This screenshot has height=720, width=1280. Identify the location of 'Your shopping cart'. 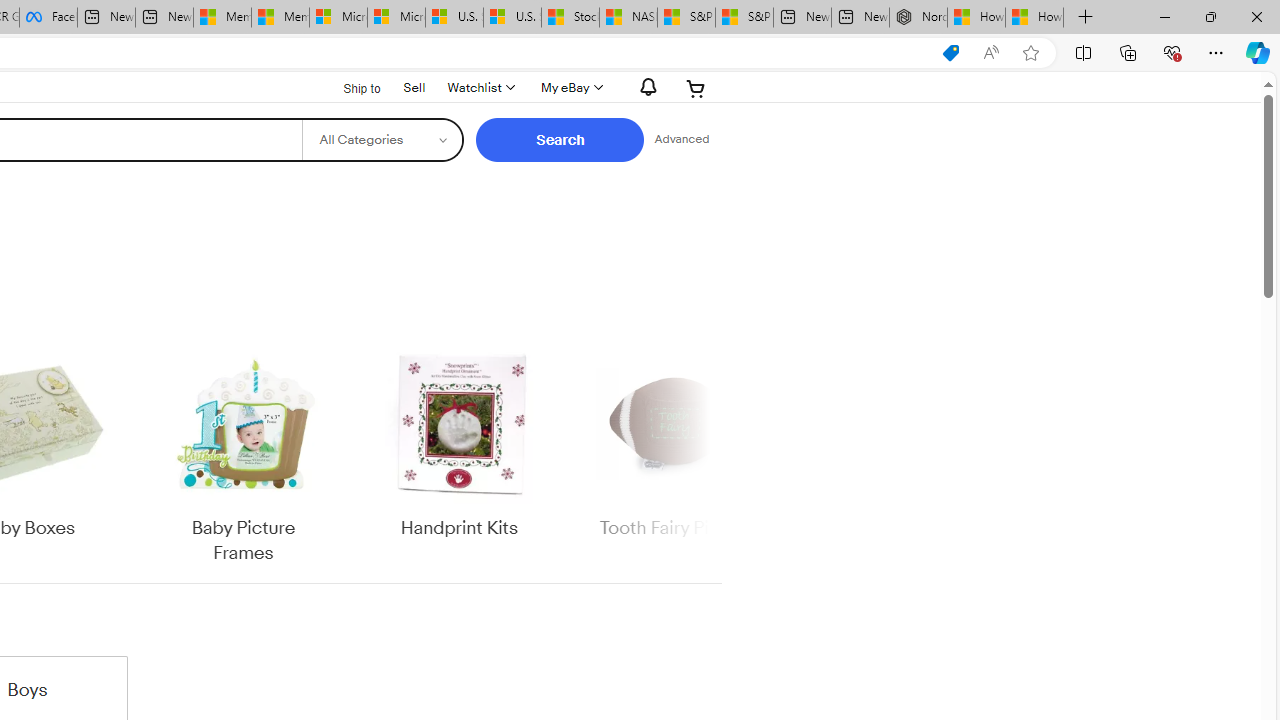
(696, 87).